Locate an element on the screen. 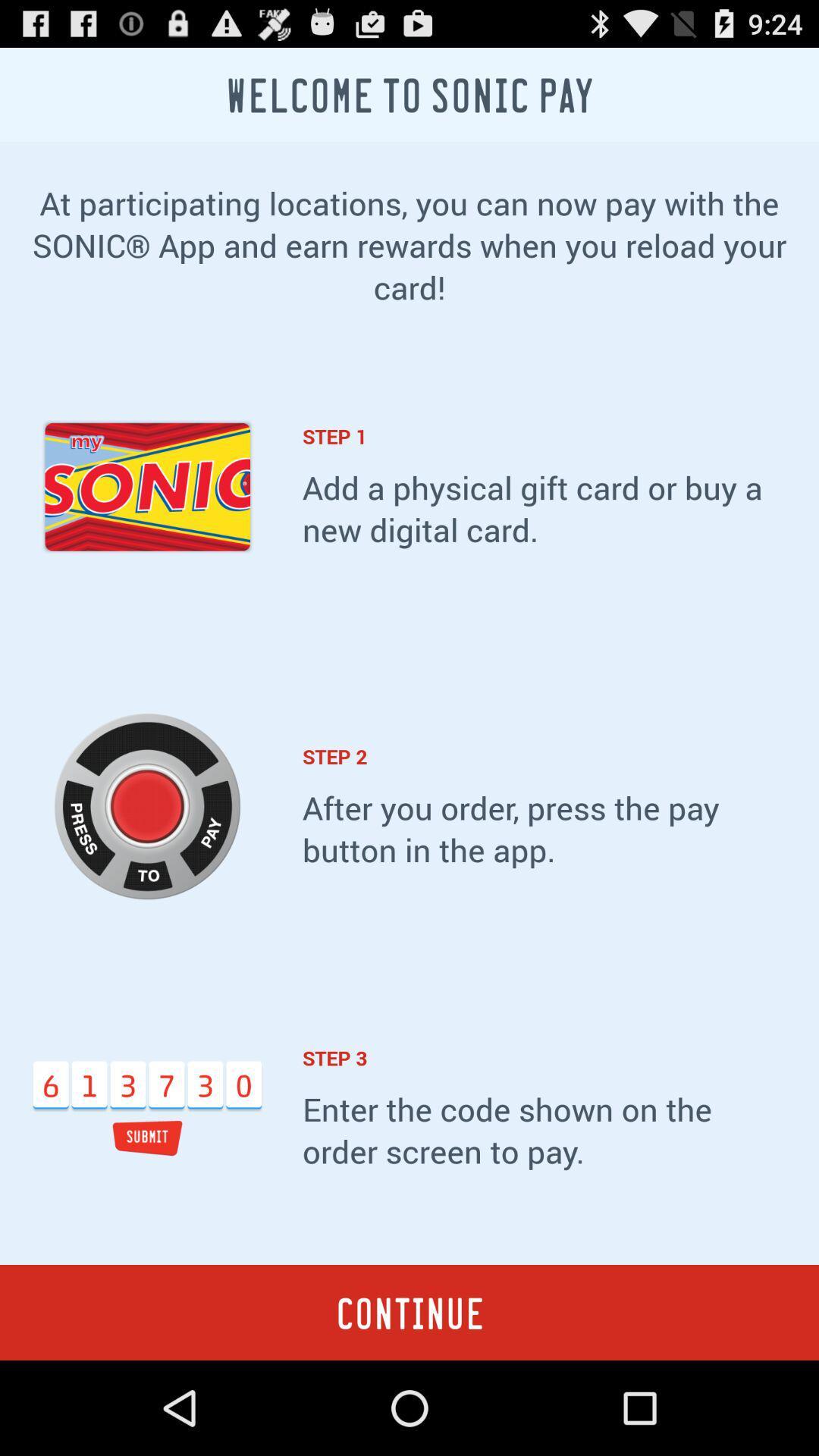  the continue button is located at coordinates (409, 1312).